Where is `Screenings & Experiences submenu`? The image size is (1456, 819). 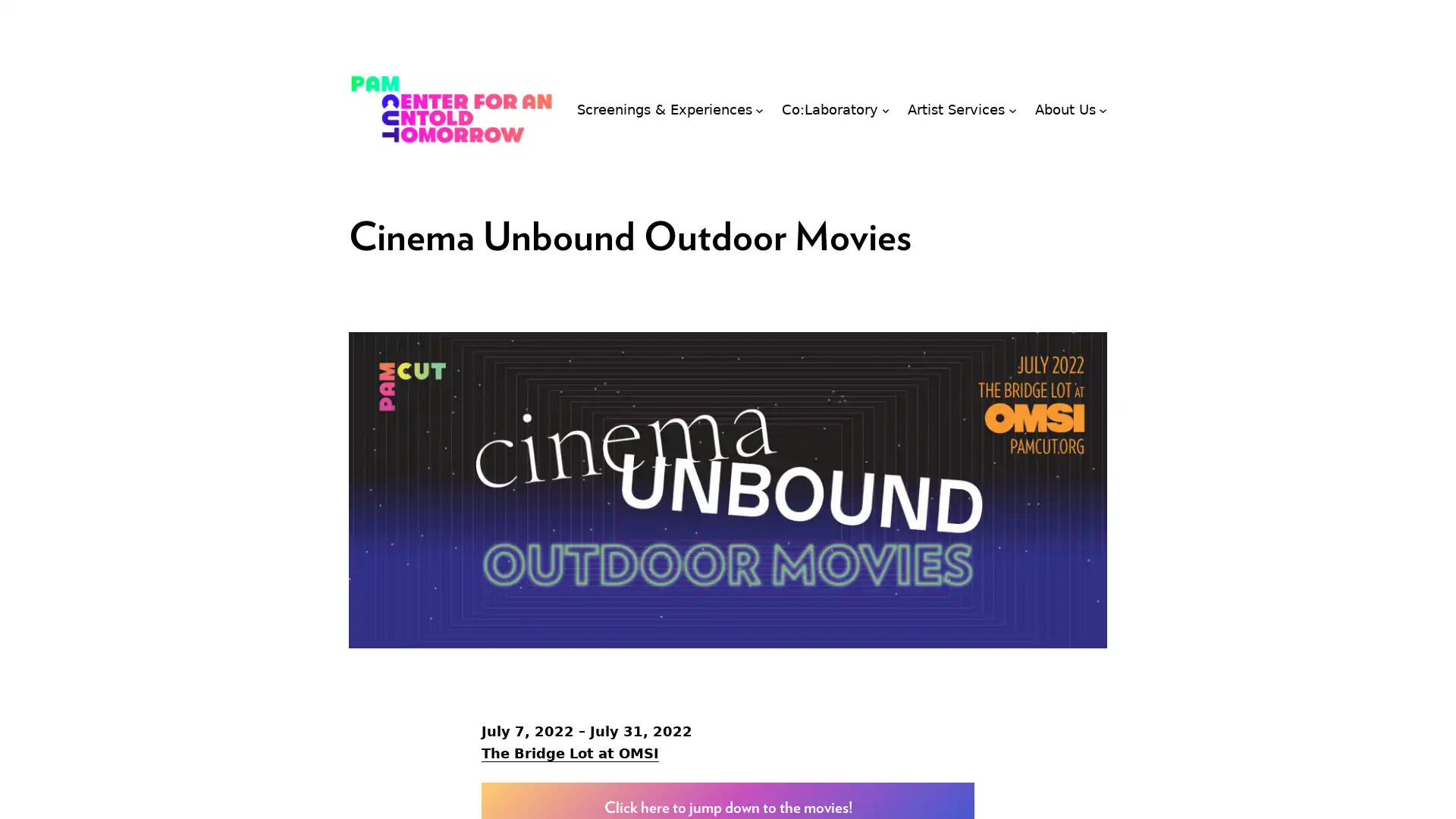 Screenings & Experiences submenu is located at coordinates (759, 108).